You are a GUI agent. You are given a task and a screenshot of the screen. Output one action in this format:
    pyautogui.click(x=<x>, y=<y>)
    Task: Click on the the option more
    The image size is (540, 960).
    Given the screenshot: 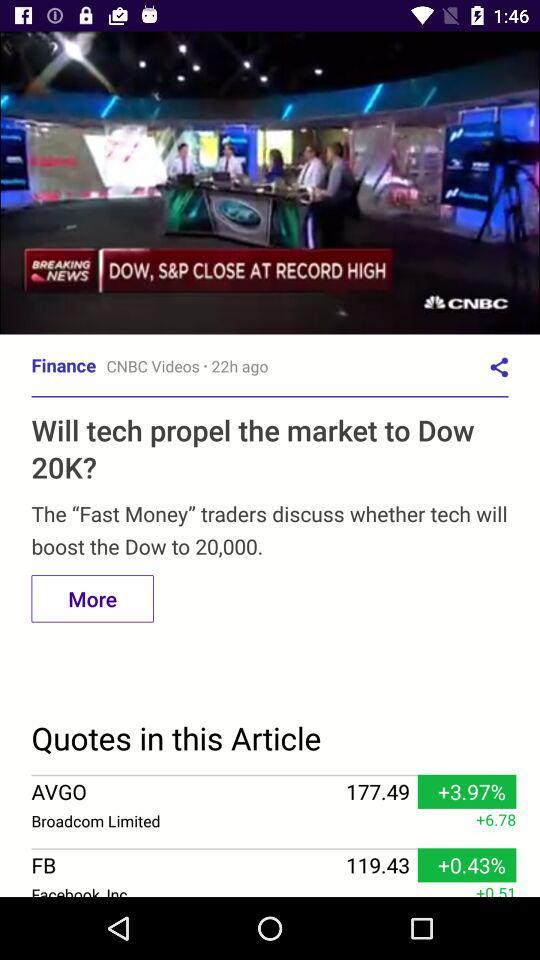 What is the action you would take?
    pyautogui.click(x=91, y=599)
    